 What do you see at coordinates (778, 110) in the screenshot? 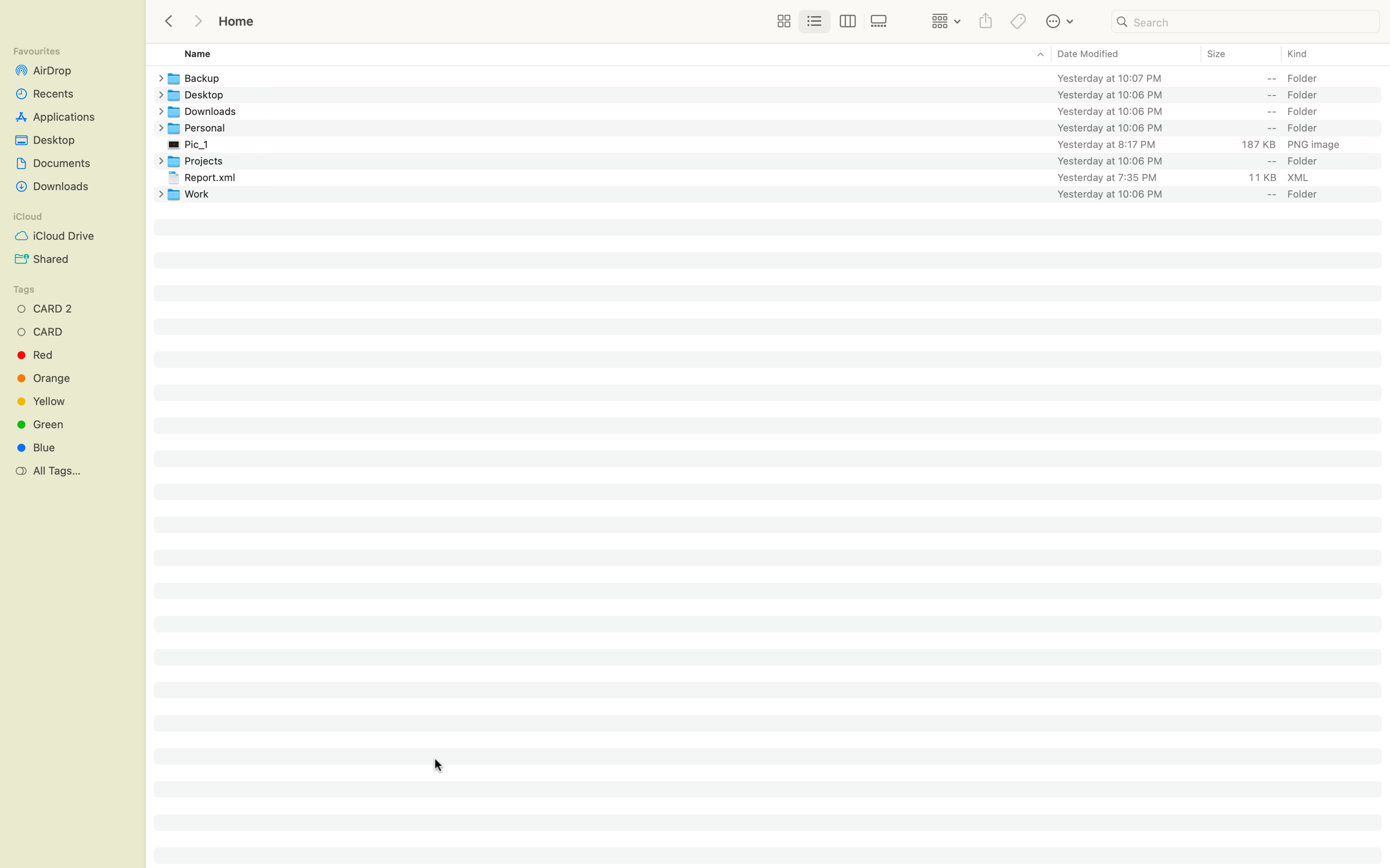
I see `the Downloads directory and return to the previous directory` at bounding box center [778, 110].